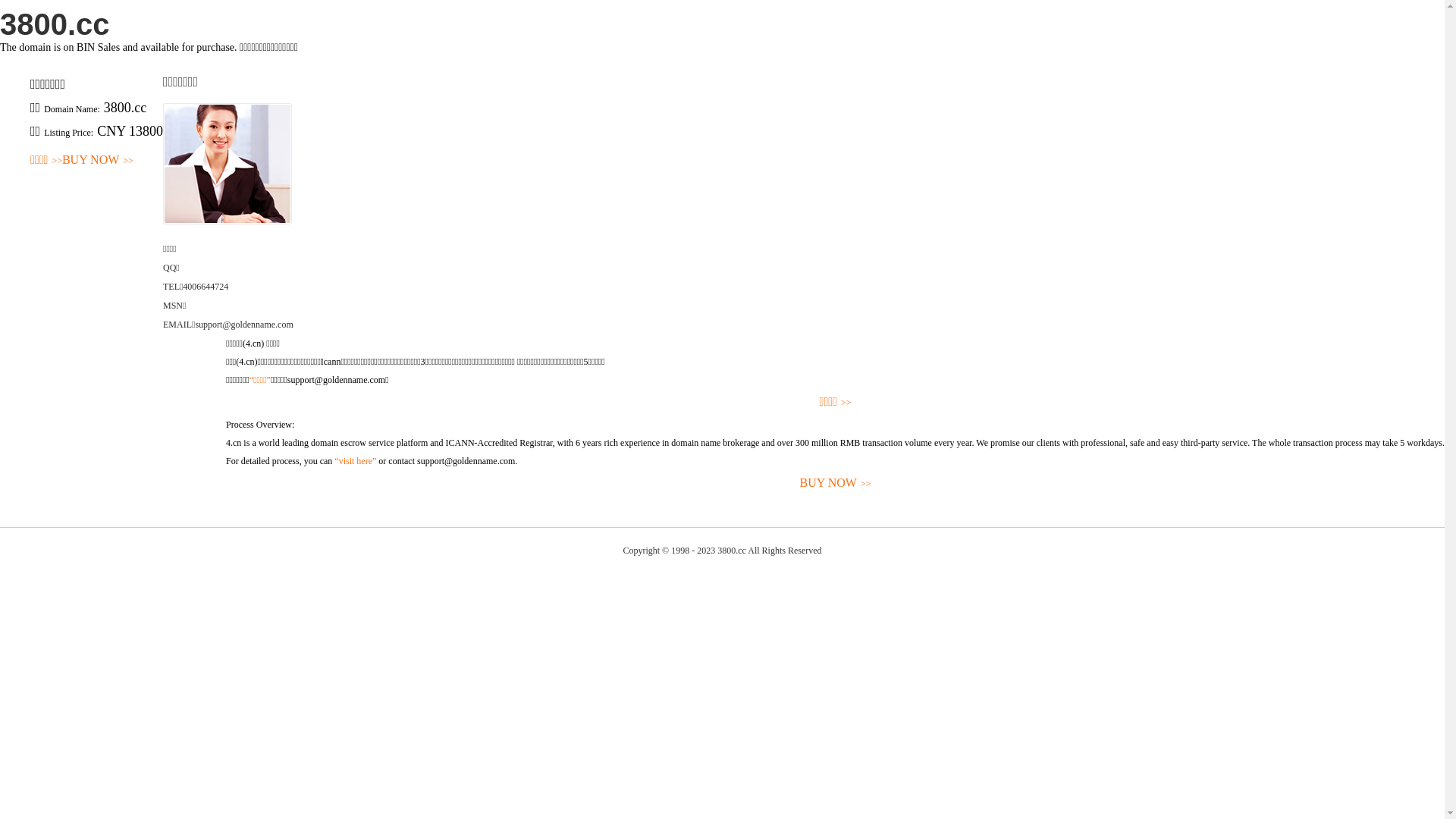 Image resolution: width=1456 pixels, height=819 pixels. What do you see at coordinates (834, 483) in the screenshot?
I see `'BUY NOW>>'` at bounding box center [834, 483].